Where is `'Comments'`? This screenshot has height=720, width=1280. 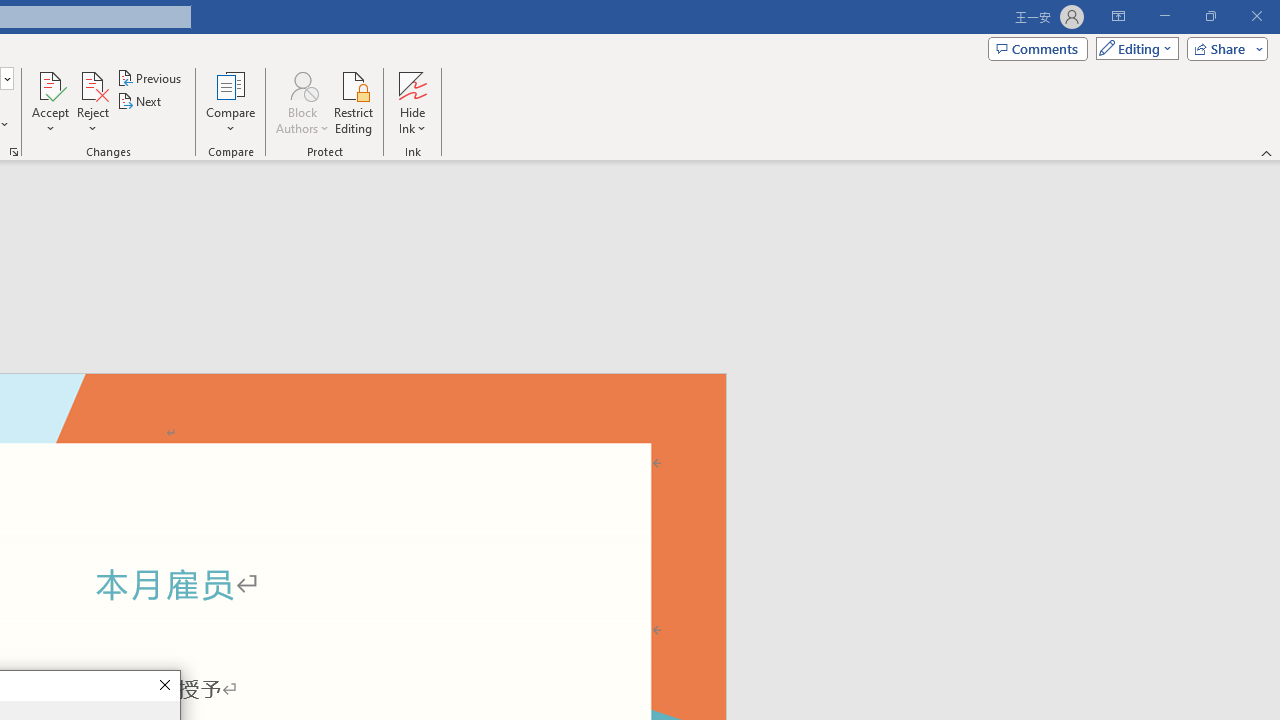
'Comments' is located at coordinates (1038, 47).